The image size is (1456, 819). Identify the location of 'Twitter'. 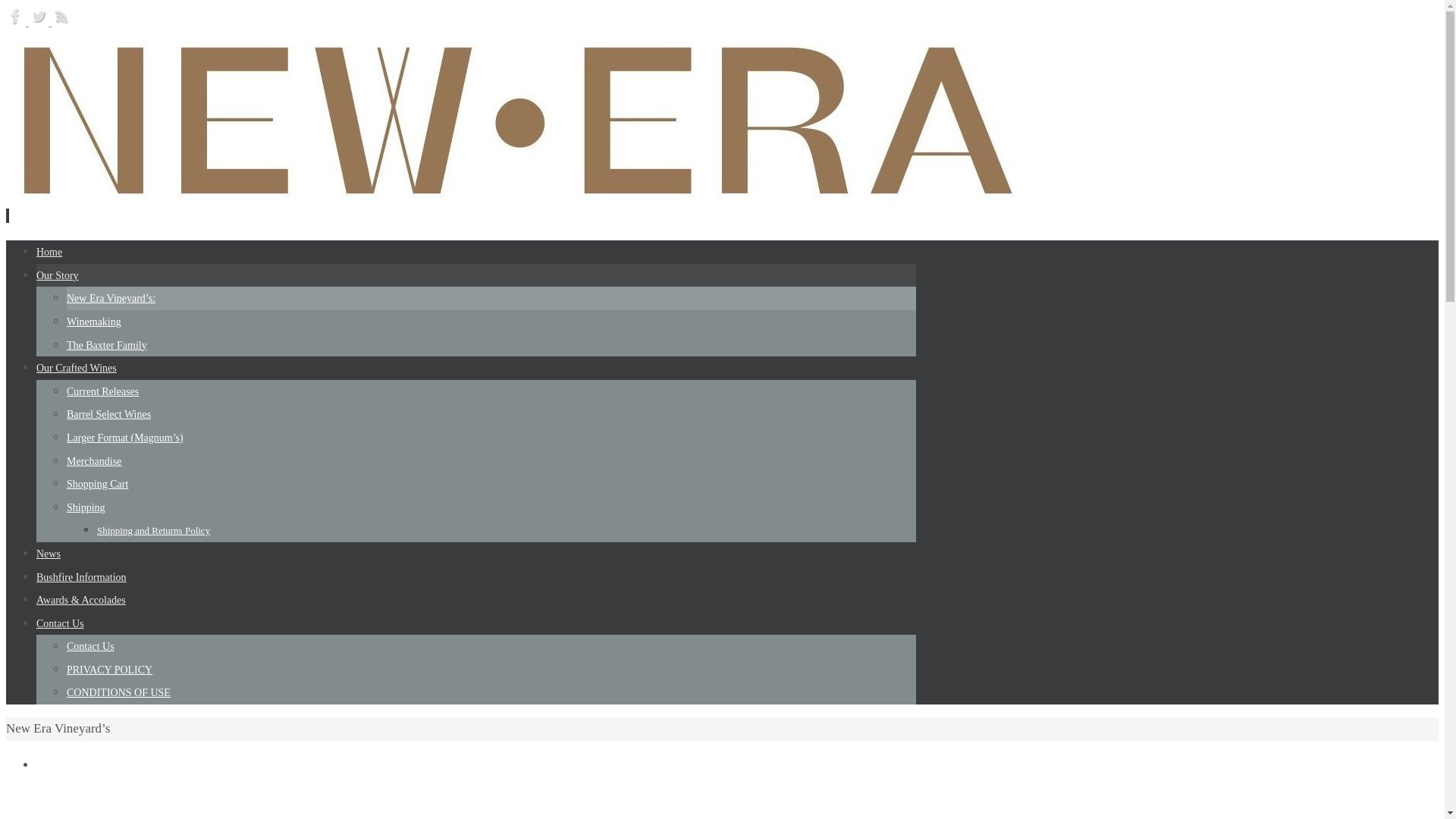
(39, 21).